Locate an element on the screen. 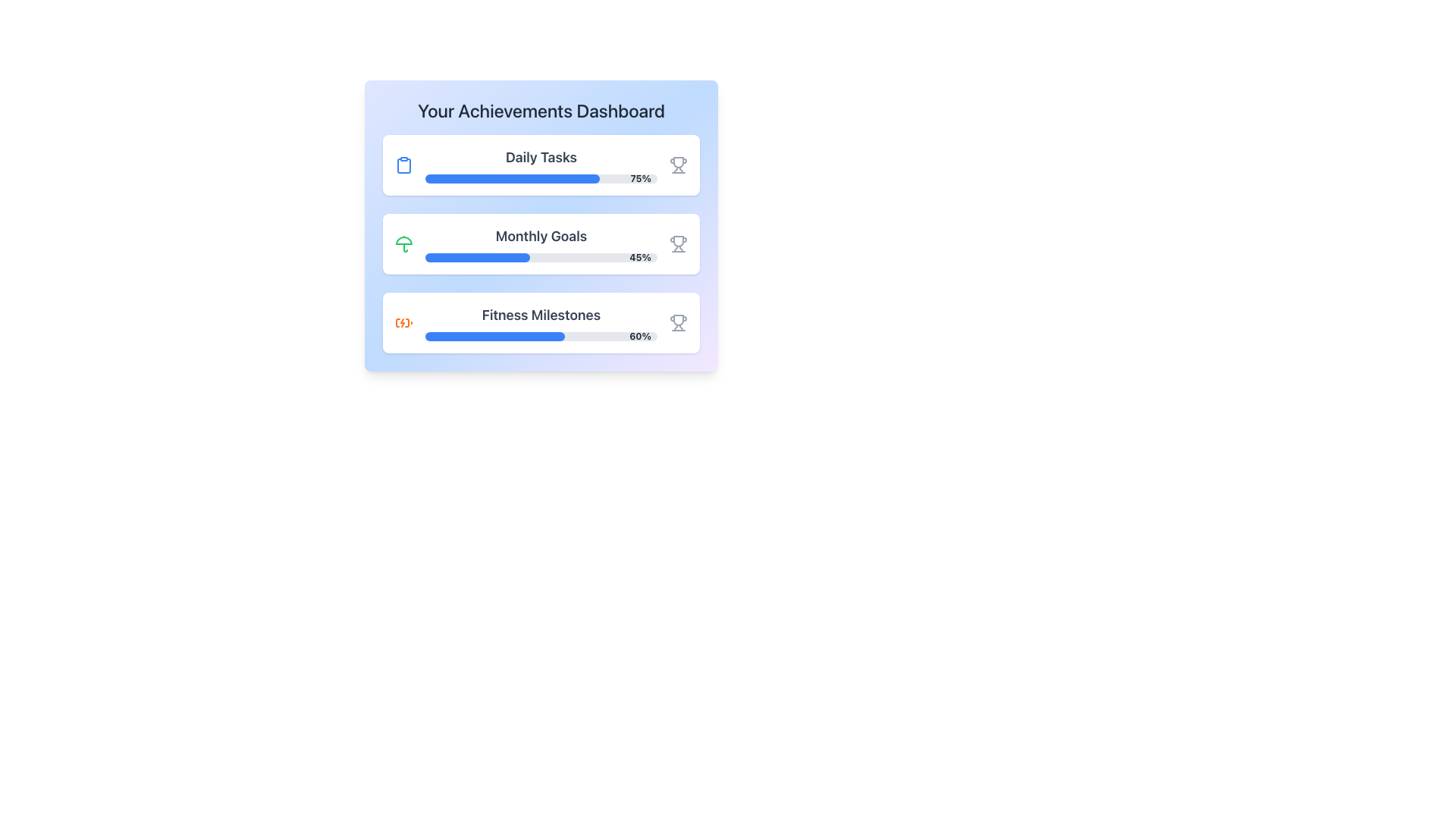  the umbrella stem icon representing 'Monthly Goals' located to the left of the 'Monthly Goals' text and above the progress bar is located at coordinates (405, 247).